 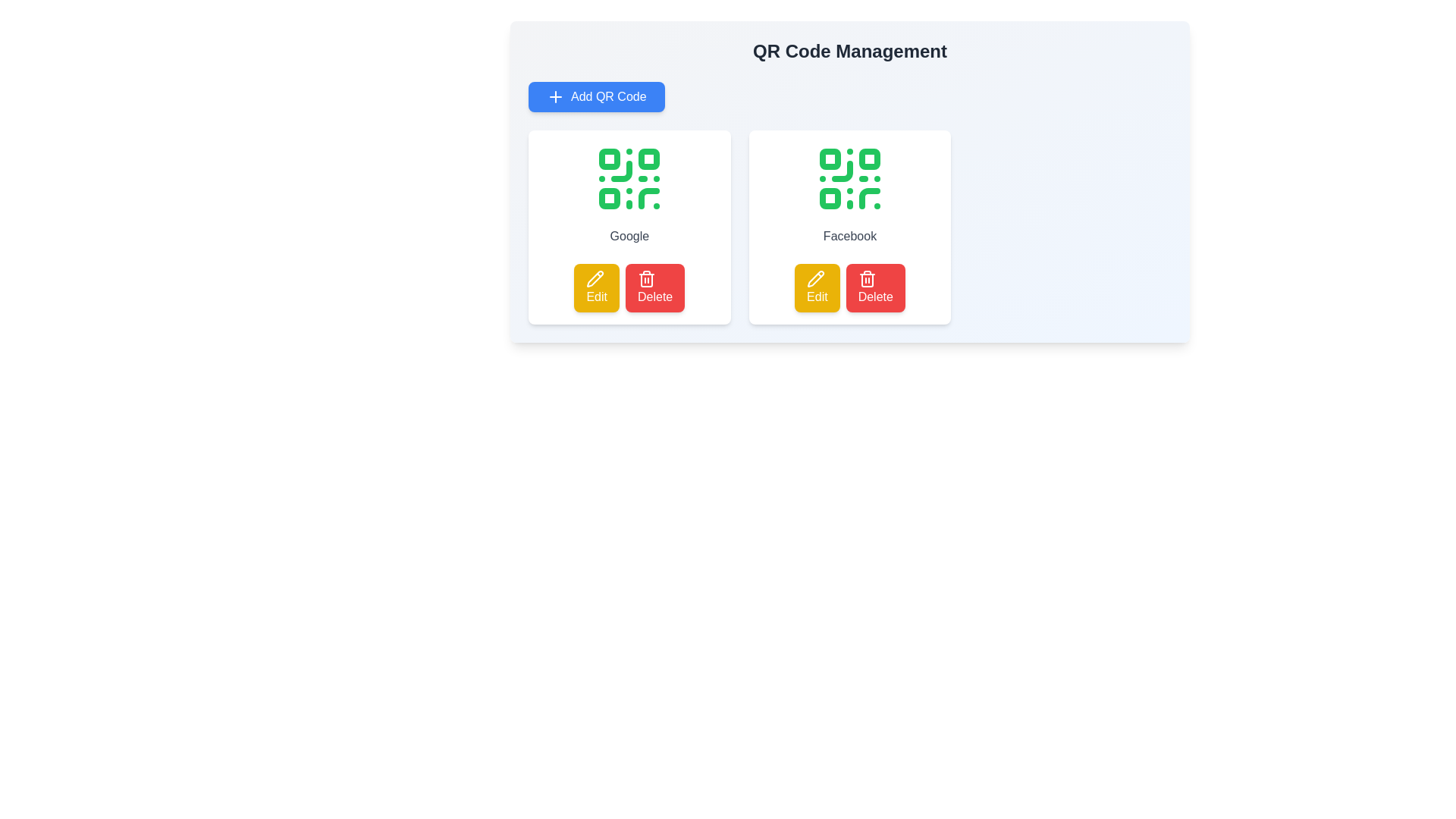 I want to click on the Decorative QR code segment located in the top-left corner of the left QR code graphic on the page, so click(x=610, y=158).